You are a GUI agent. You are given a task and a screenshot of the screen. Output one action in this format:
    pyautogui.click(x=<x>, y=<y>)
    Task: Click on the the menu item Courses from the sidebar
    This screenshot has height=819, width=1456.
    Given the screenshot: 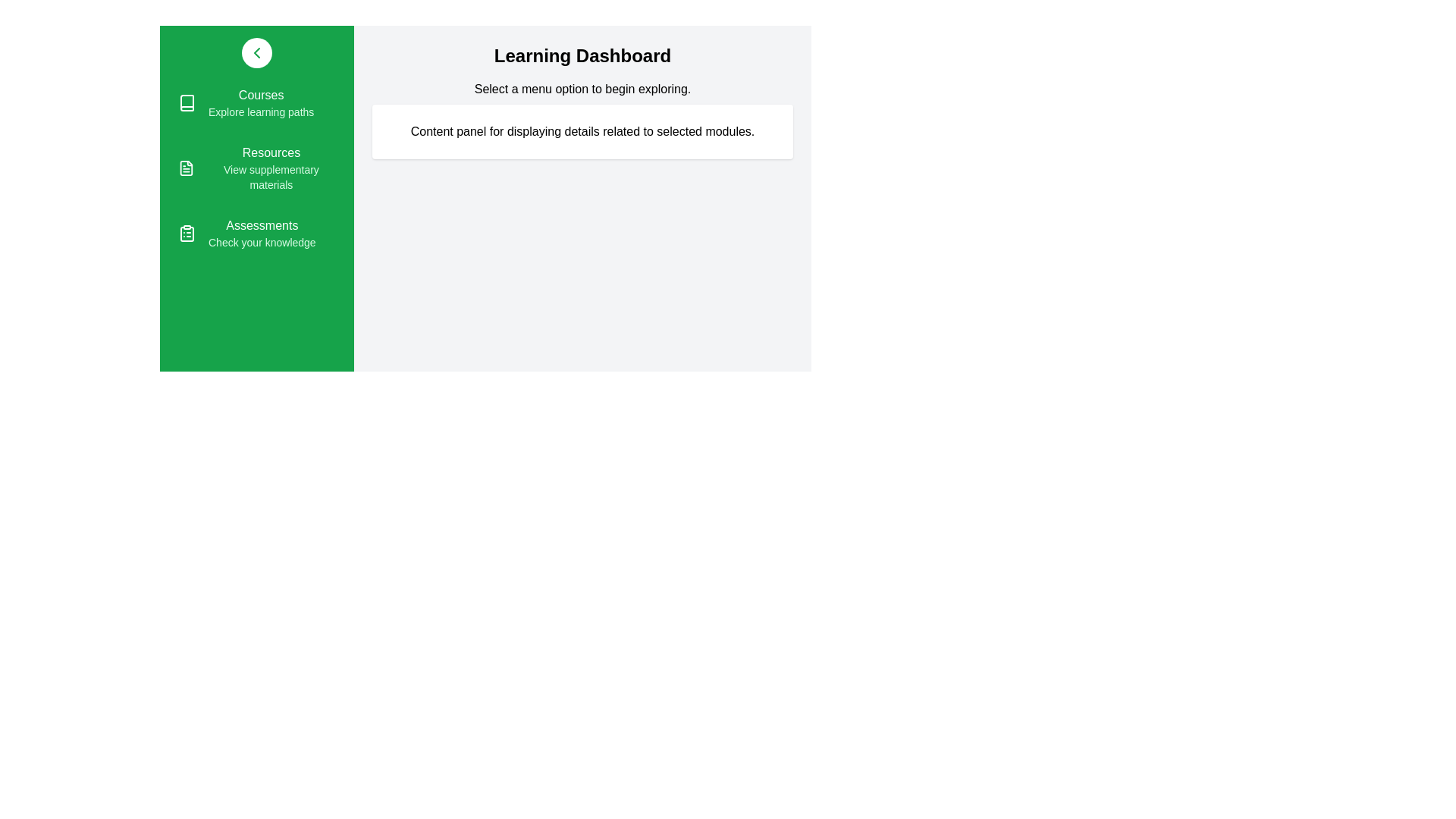 What is the action you would take?
    pyautogui.click(x=257, y=102)
    